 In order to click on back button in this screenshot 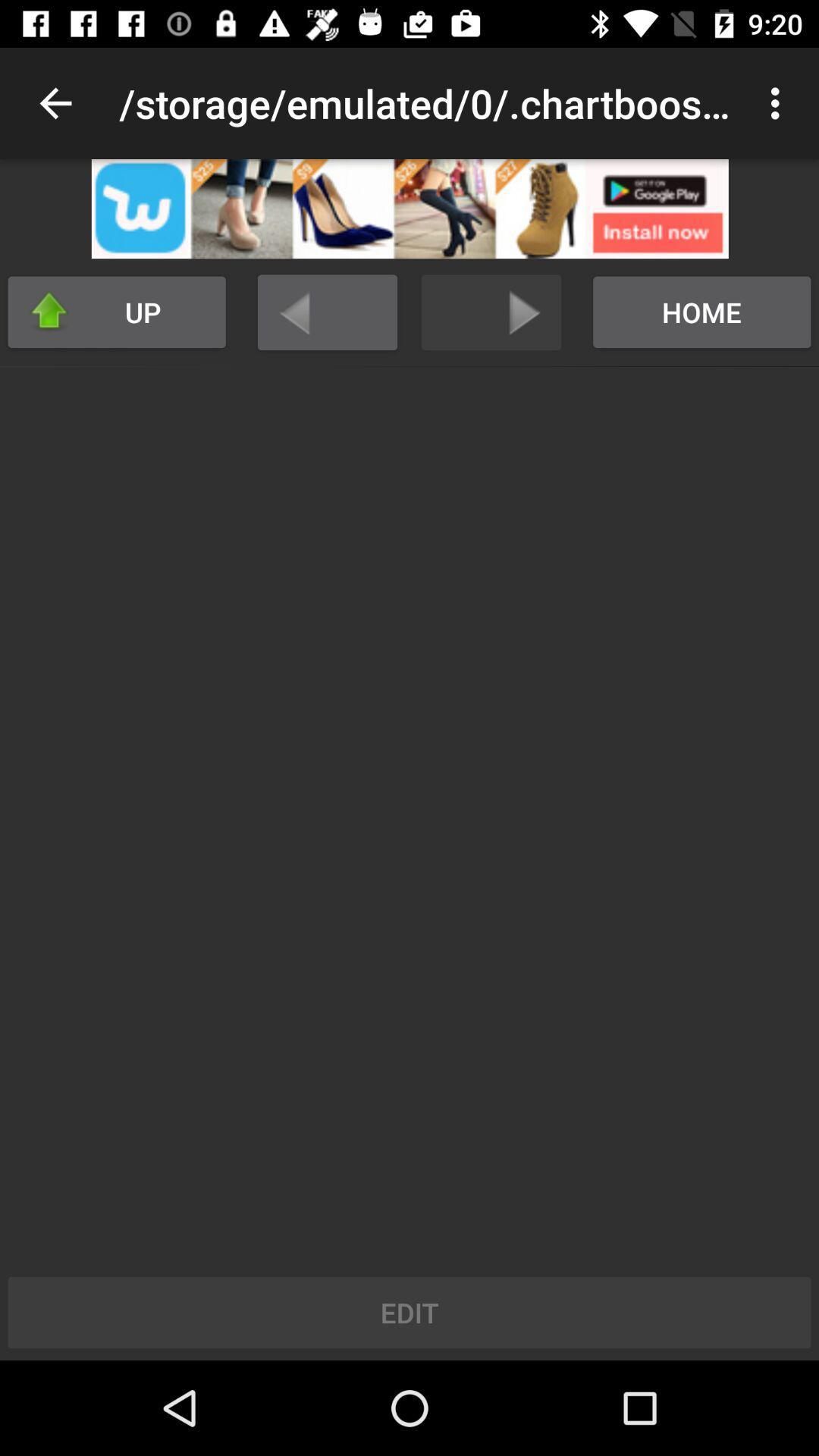, I will do `click(327, 312)`.